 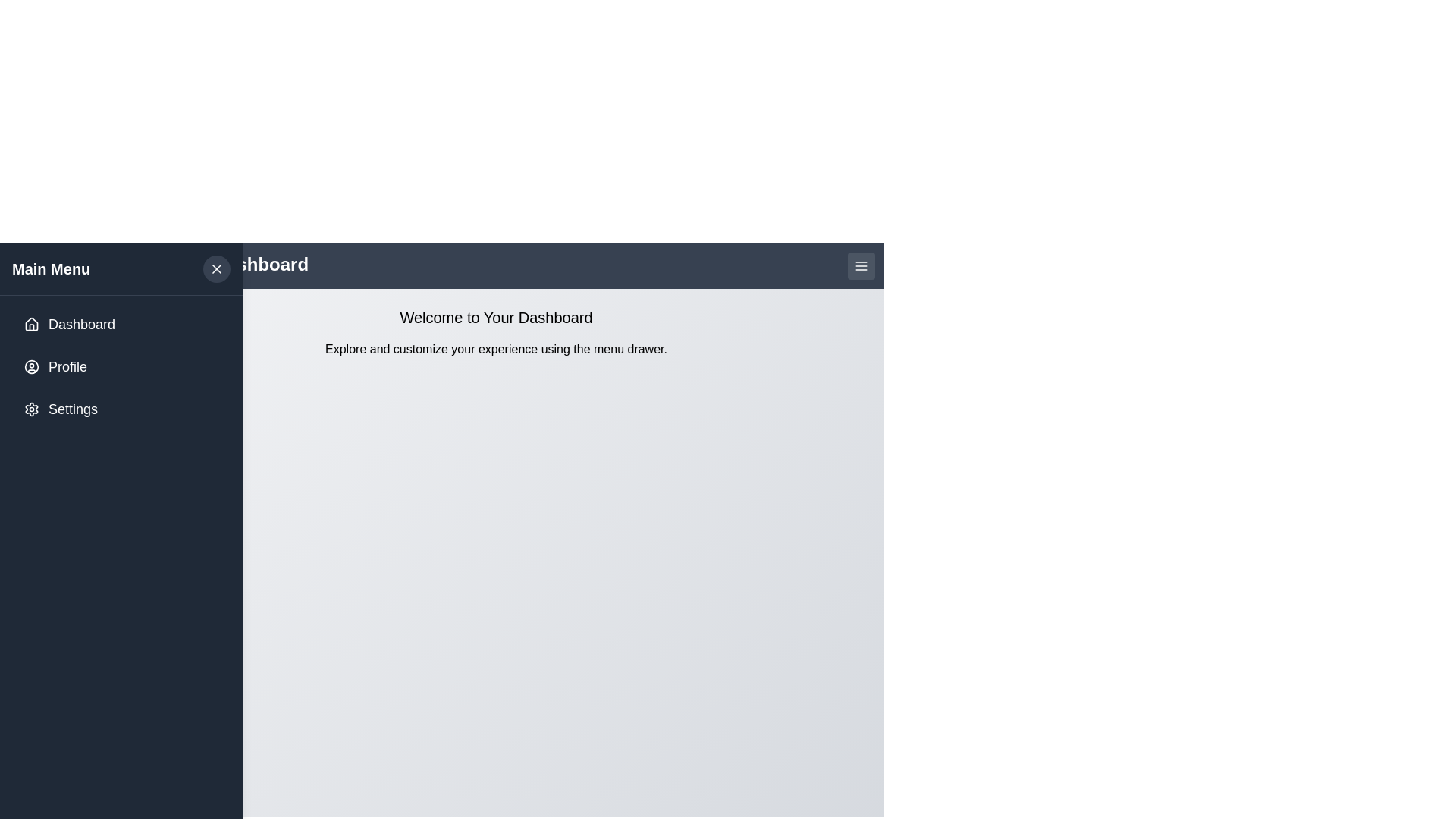 I want to click on the second button in the vertical list of menu options under 'Main Menu', so click(x=120, y=366).